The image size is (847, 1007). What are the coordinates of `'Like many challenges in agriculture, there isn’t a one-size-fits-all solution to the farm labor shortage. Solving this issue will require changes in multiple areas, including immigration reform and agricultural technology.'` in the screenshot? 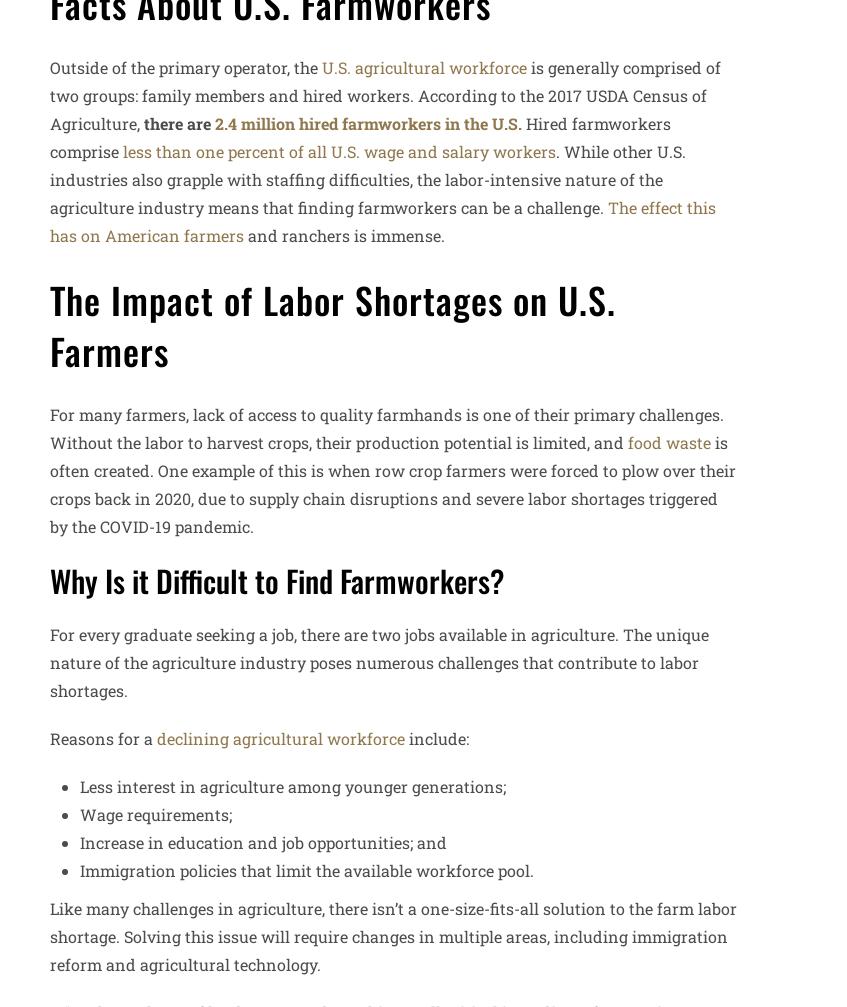 It's located at (48, 935).